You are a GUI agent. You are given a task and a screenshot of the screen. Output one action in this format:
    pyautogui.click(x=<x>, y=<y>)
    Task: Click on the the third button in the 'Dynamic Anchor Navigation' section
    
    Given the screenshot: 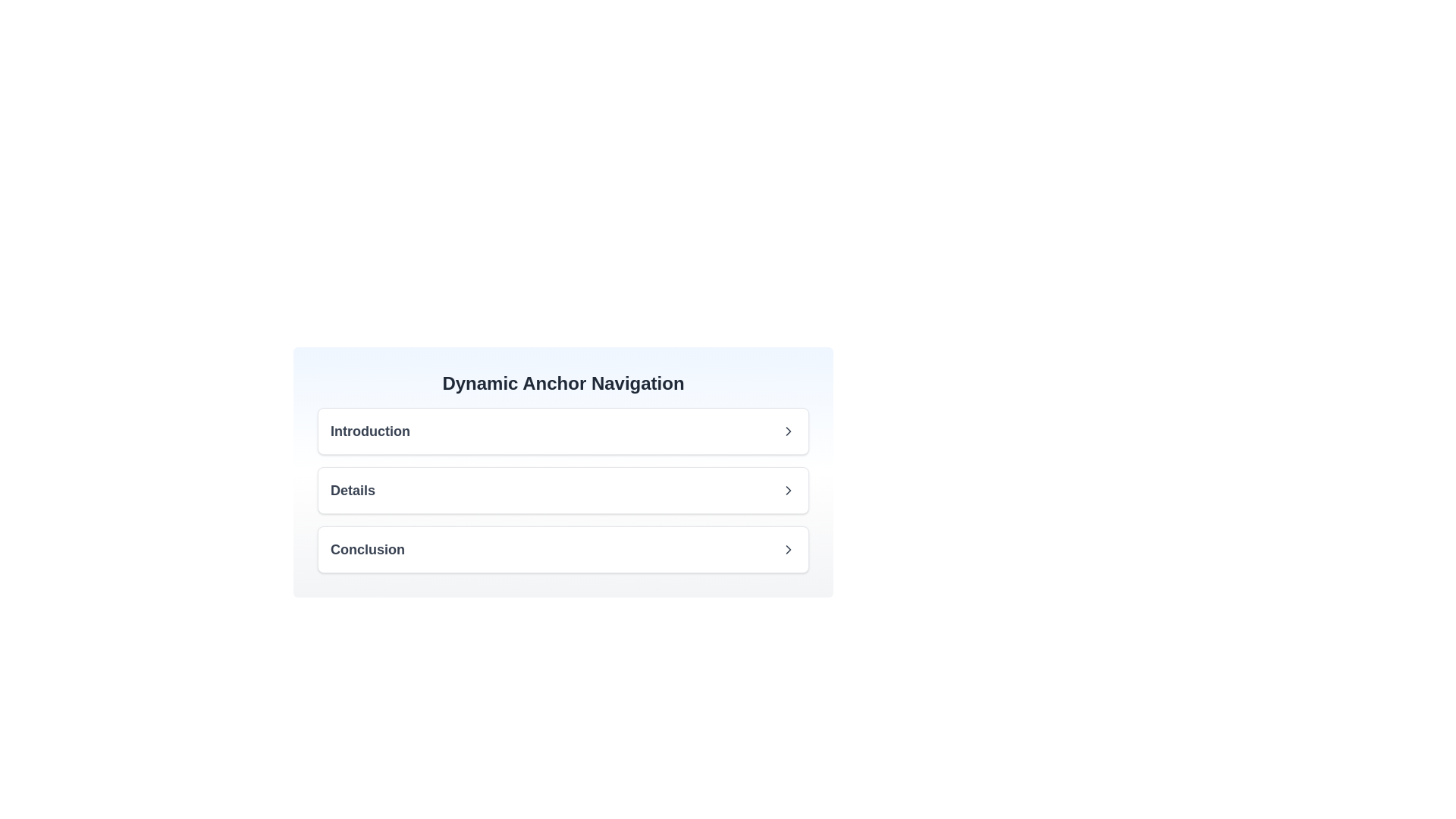 What is the action you would take?
    pyautogui.click(x=563, y=550)
    